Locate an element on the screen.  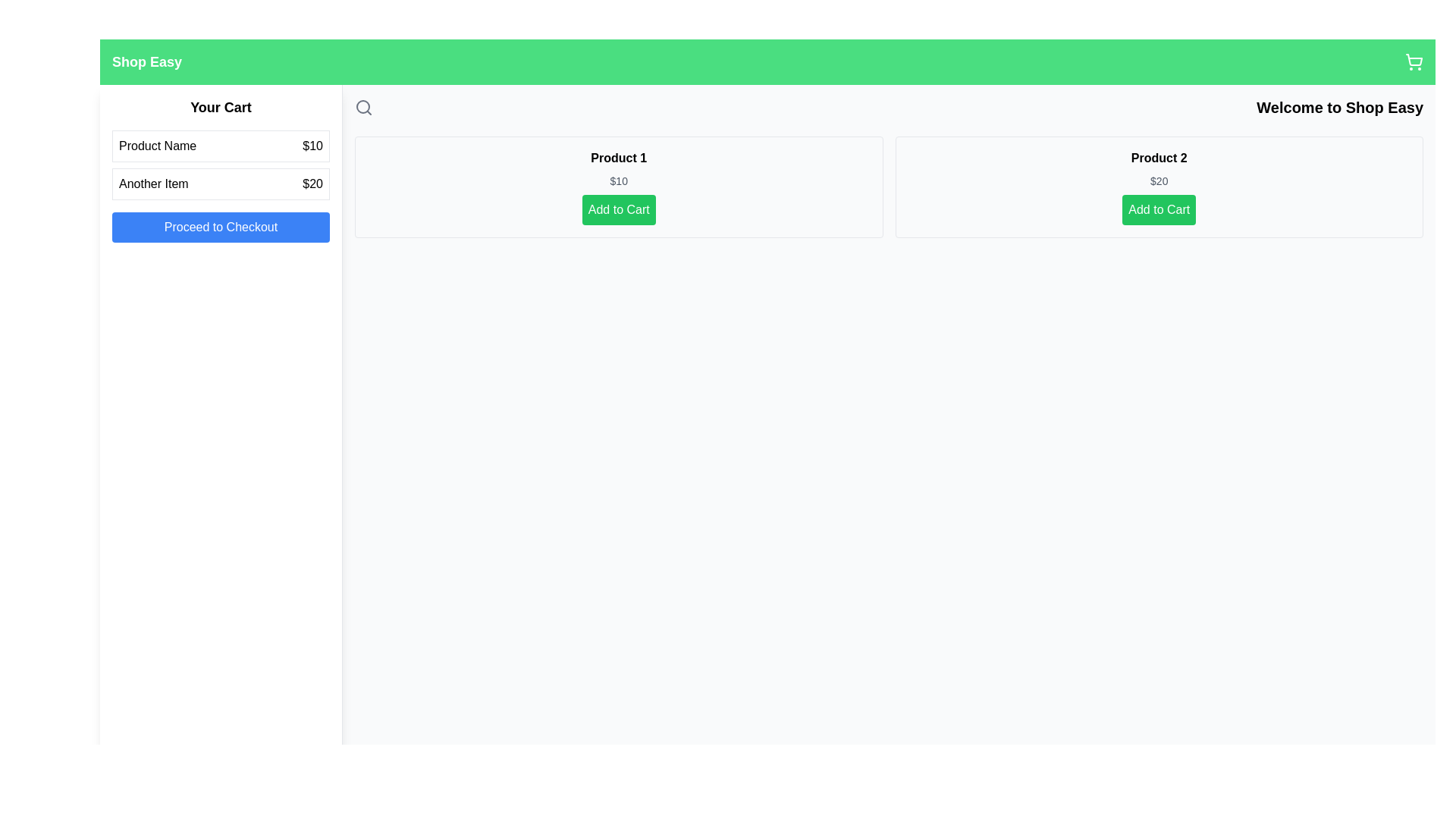
the static text label displaying '$10' in black sans-serif font, which is positioned in the cart section next to the 'Product Name' label is located at coordinates (312, 146).